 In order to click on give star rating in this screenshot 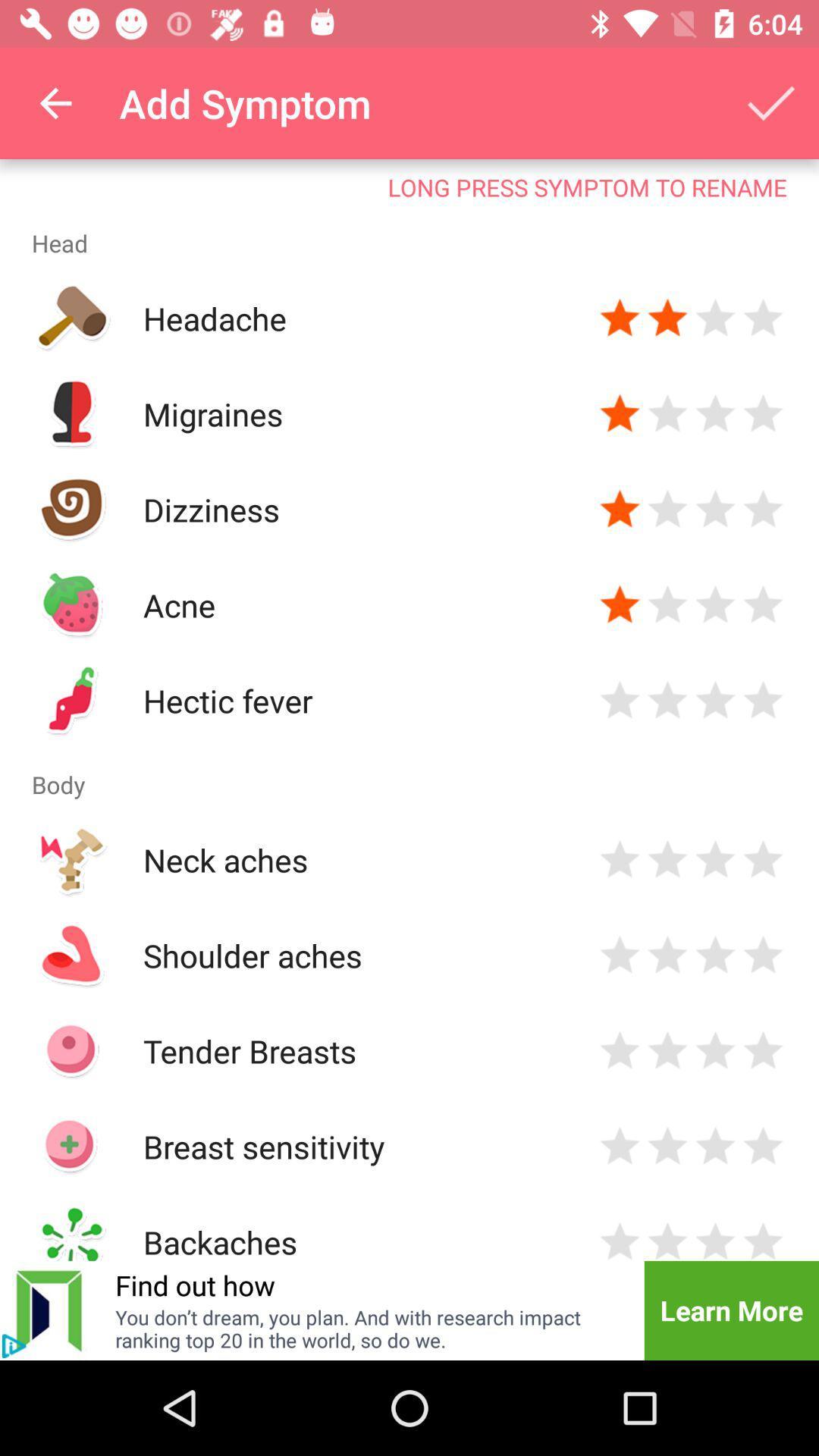, I will do `click(763, 318)`.